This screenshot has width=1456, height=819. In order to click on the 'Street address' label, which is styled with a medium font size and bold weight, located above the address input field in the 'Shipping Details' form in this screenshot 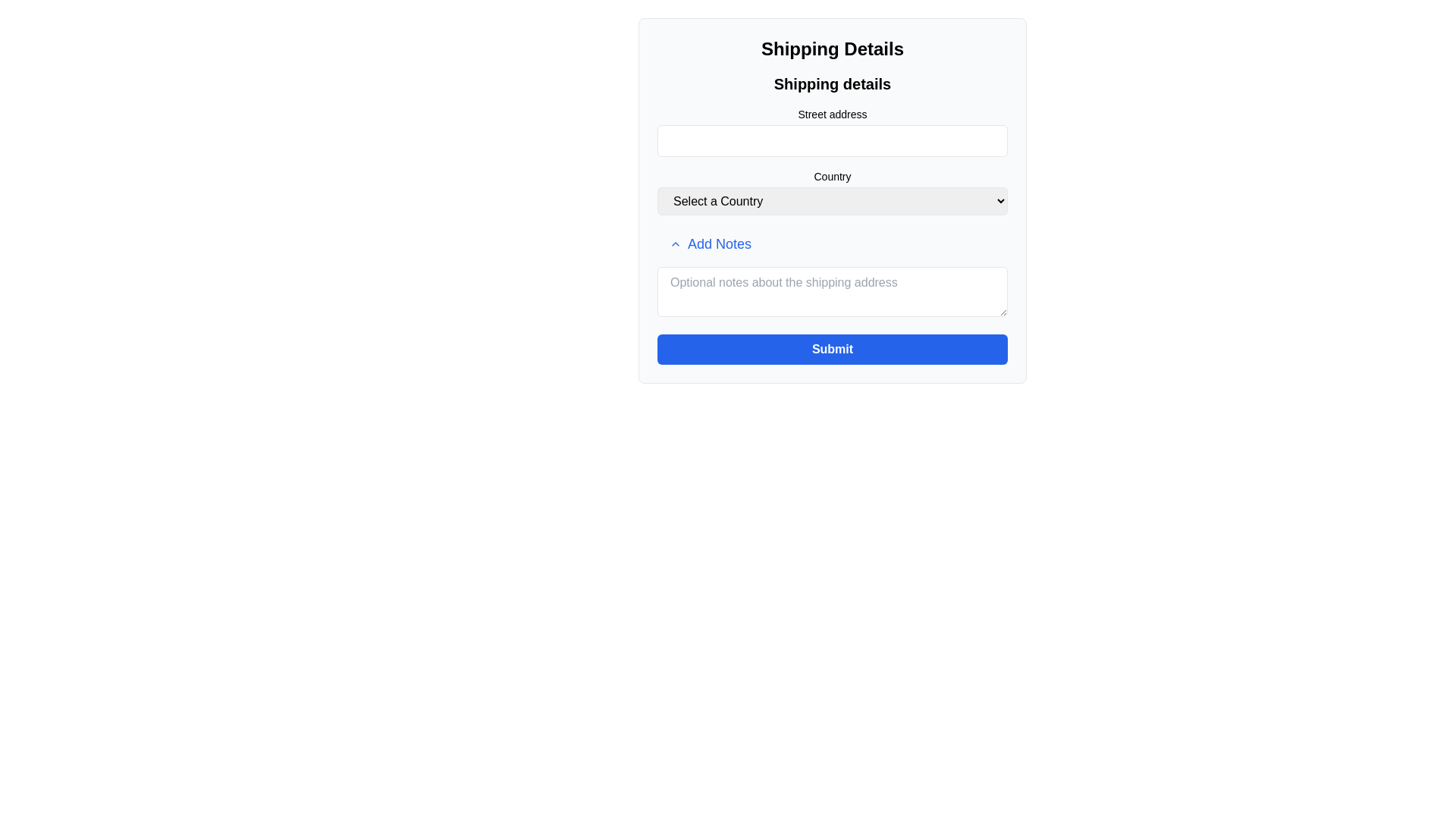, I will do `click(832, 113)`.